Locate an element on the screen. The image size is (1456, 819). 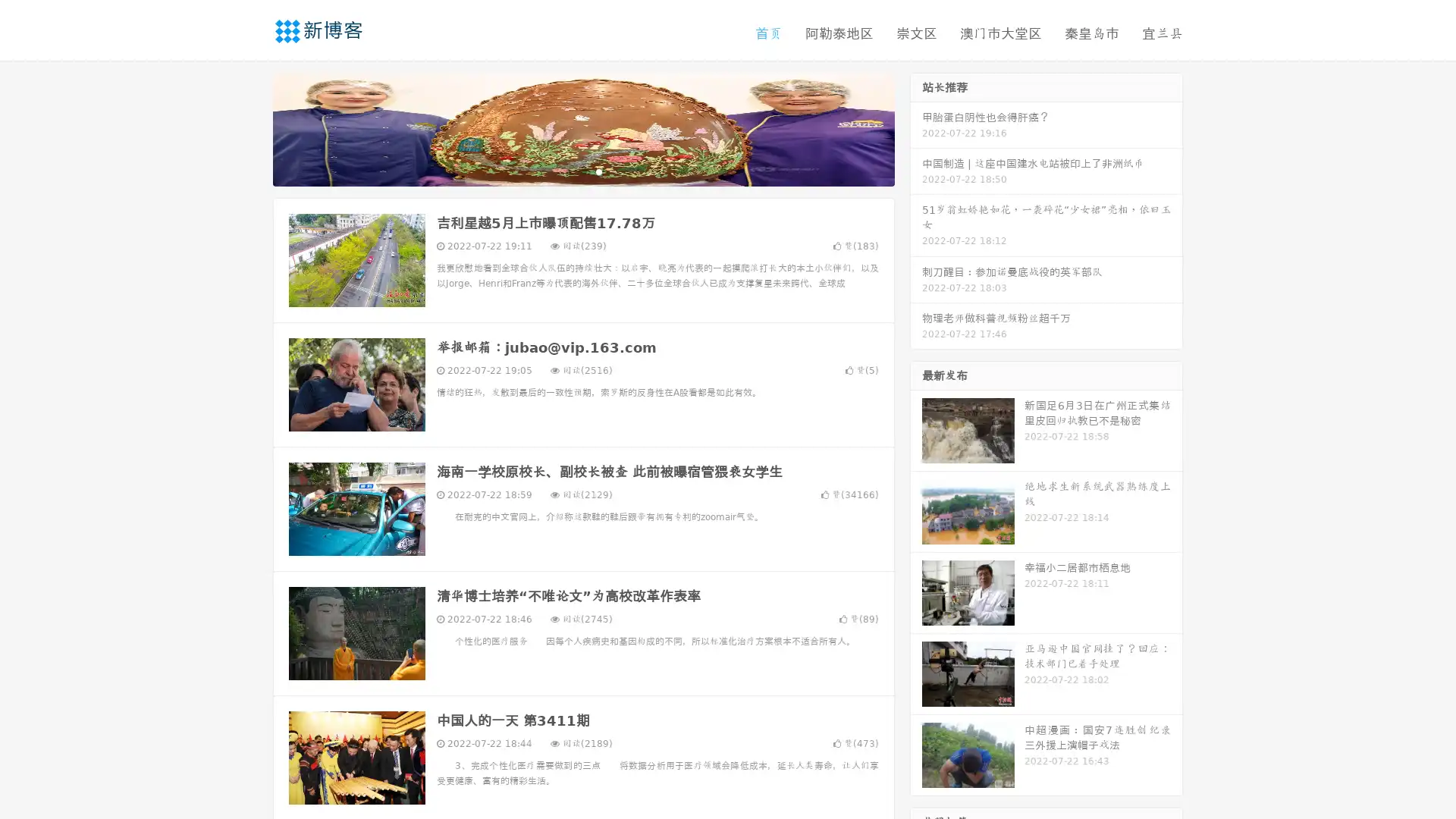
Go to slide 1 is located at coordinates (567, 171).